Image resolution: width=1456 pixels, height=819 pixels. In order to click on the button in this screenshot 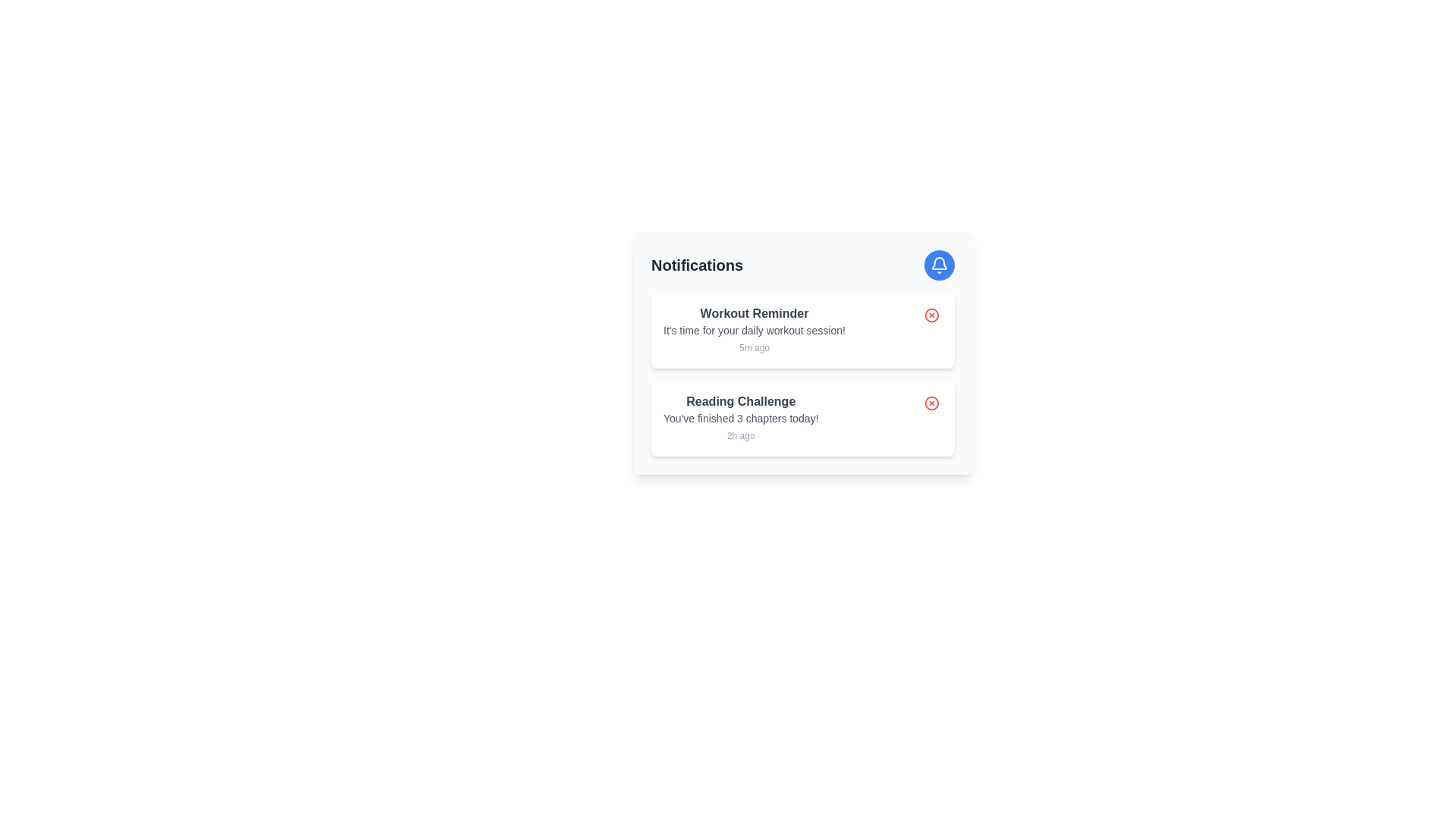, I will do `click(930, 403)`.